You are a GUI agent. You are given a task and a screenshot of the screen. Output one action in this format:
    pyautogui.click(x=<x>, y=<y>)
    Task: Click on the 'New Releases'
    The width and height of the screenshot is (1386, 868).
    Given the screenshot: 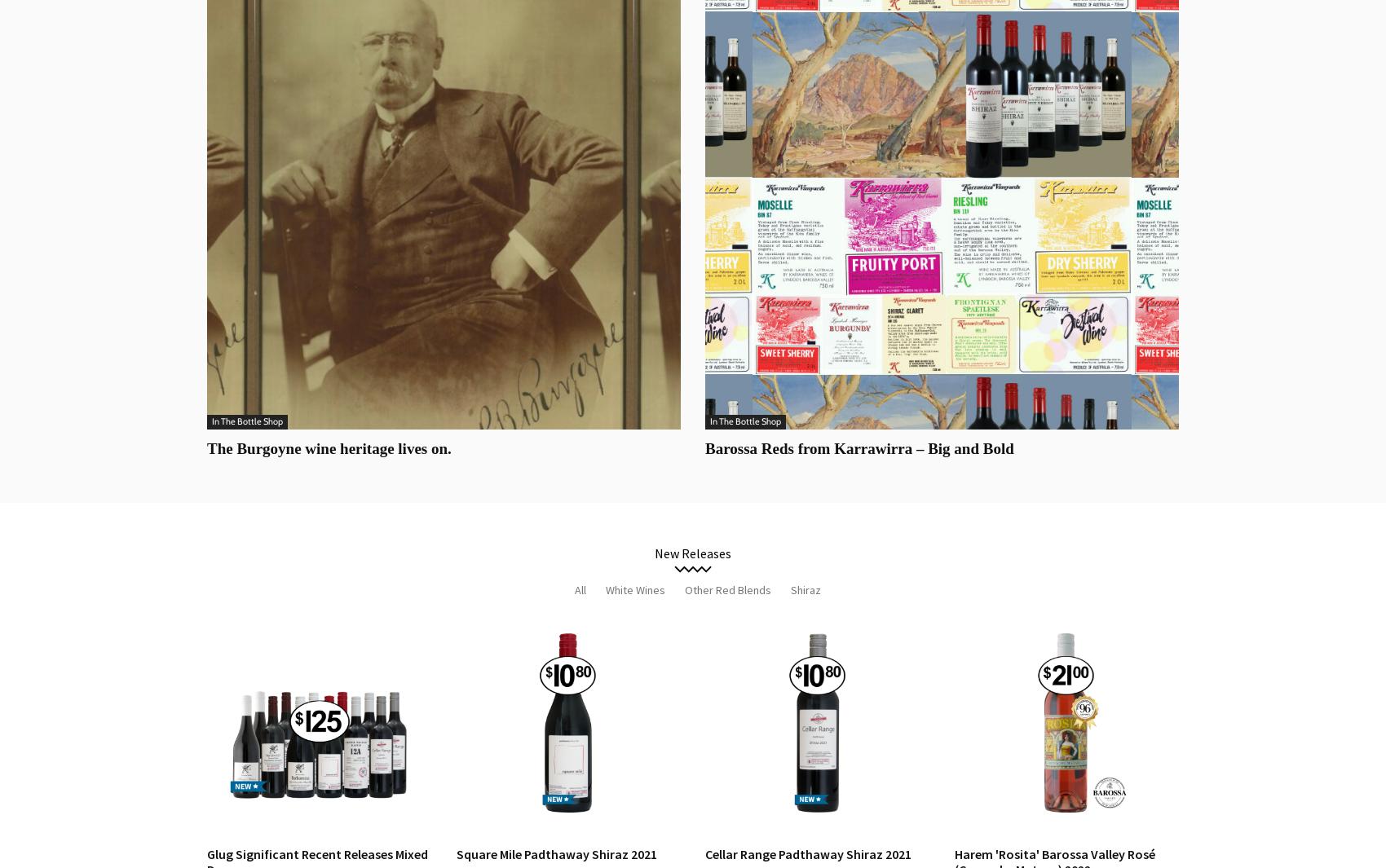 What is the action you would take?
    pyautogui.click(x=693, y=553)
    